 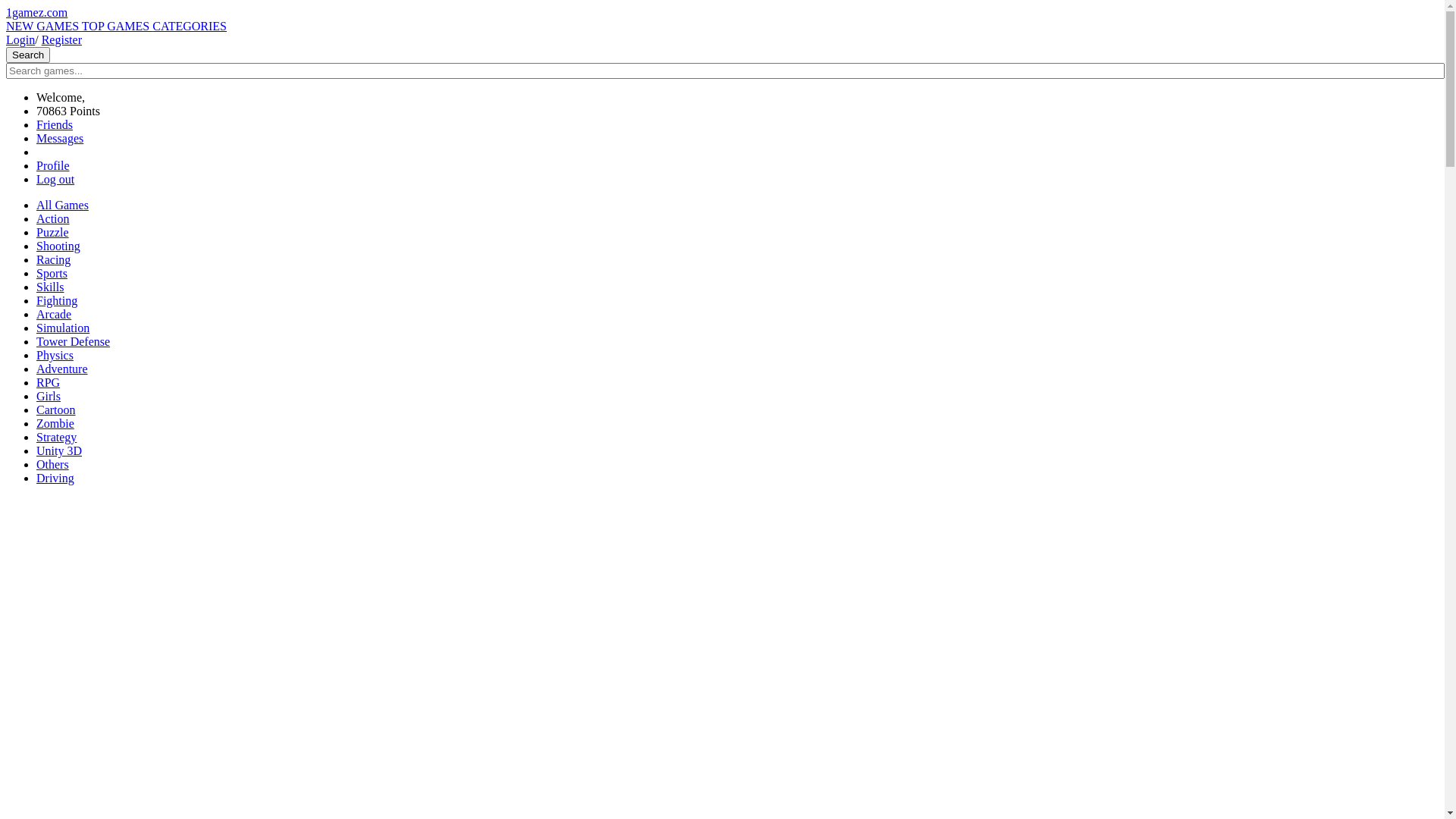 I want to click on 'Driving', so click(x=36, y=478).